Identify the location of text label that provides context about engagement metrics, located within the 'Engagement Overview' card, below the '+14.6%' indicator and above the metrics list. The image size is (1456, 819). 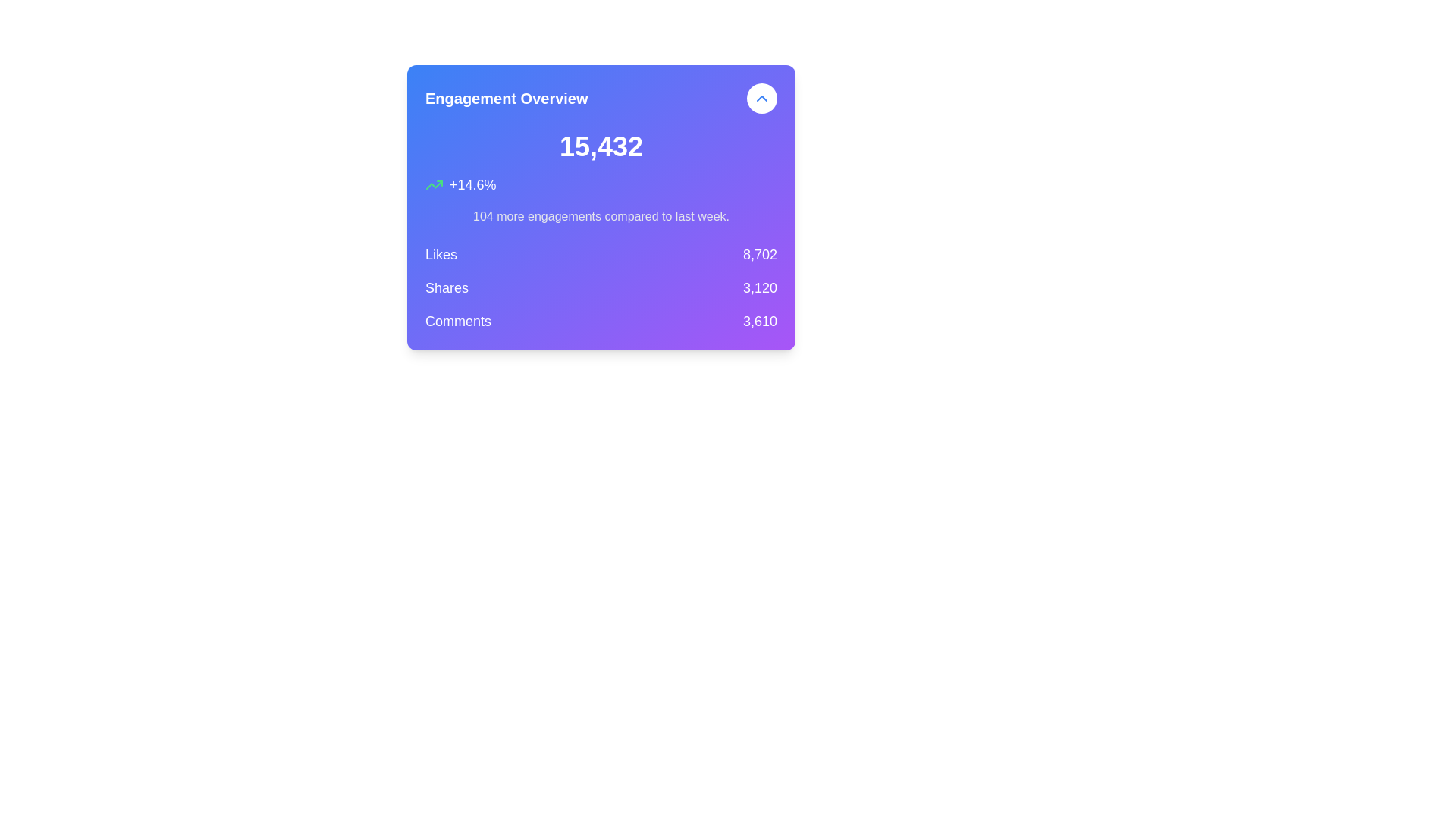
(600, 216).